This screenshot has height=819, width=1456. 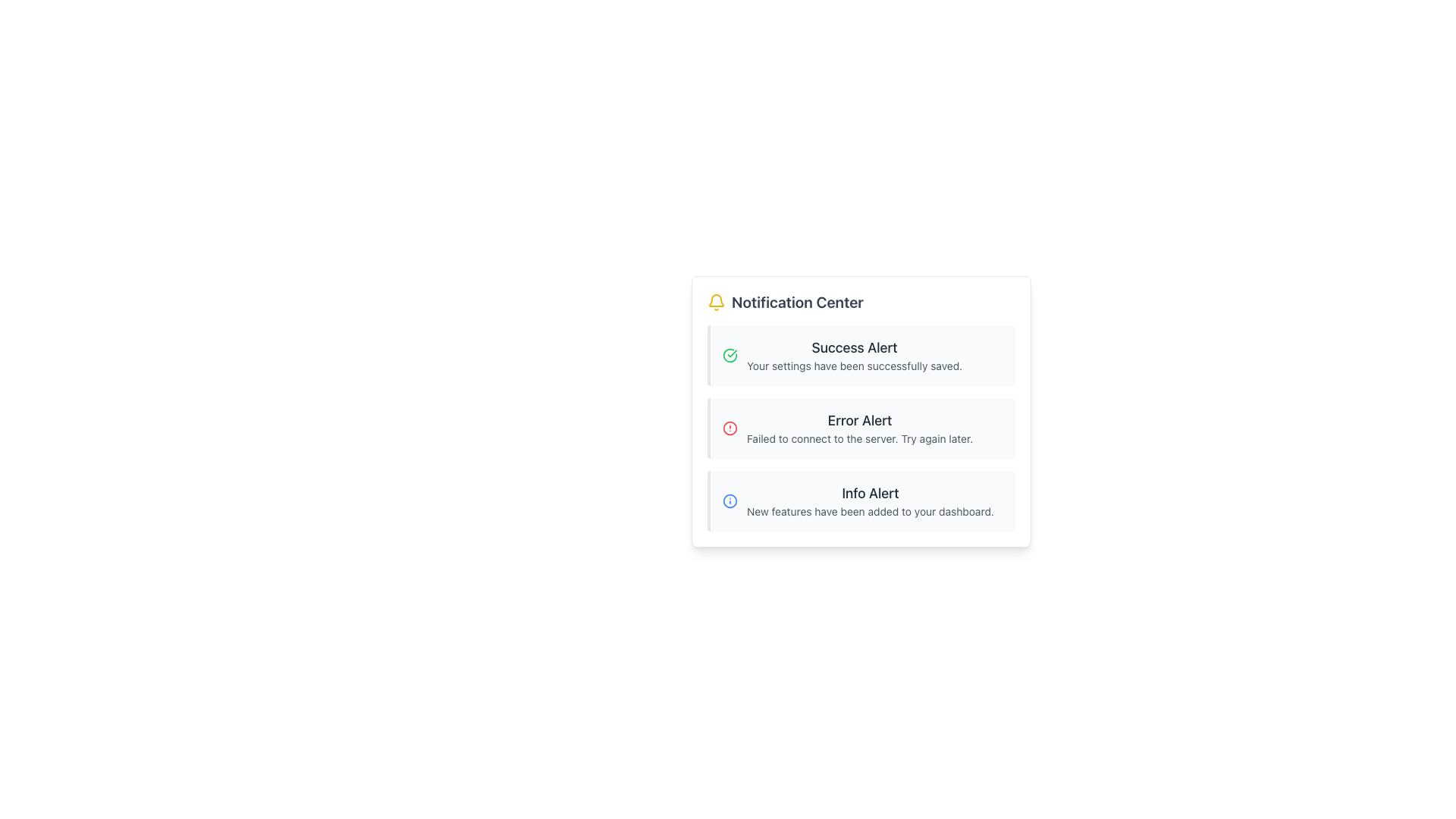 I want to click on notification text from the Notification box displaying 'Error Alert' with a gray background and red left border, which contains the message 'Failed to connect to the server. Try again later.', so click(x=861, y=428).